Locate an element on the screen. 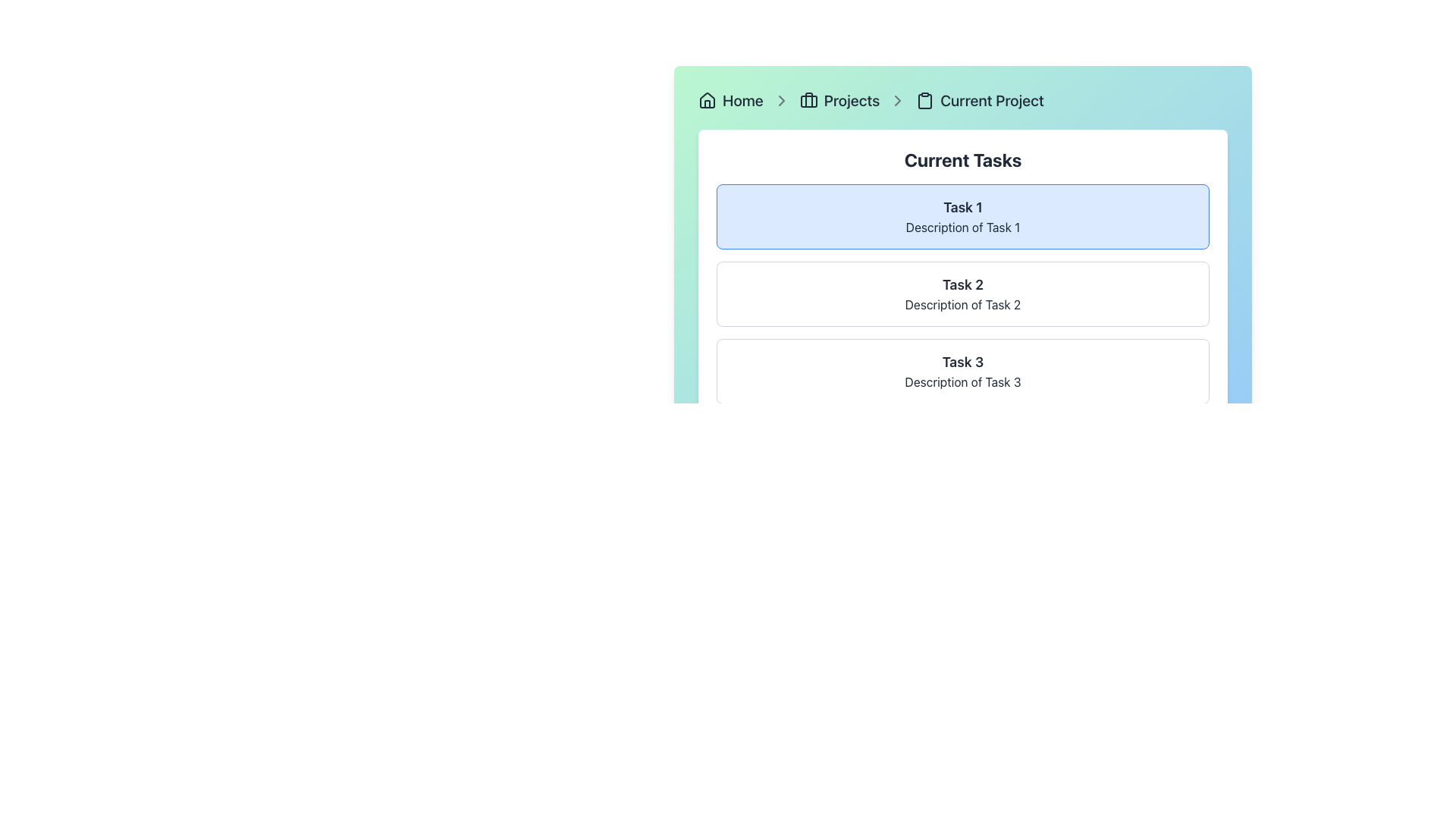 The height and width of the screenshot is (819, 1456). the chevron icon in the breadcrumb navigation bar, which is gray, thin-stroked, and rounded, positioned between the 'Projects' and 'Current Project' text is located at coordinates (898, 100).